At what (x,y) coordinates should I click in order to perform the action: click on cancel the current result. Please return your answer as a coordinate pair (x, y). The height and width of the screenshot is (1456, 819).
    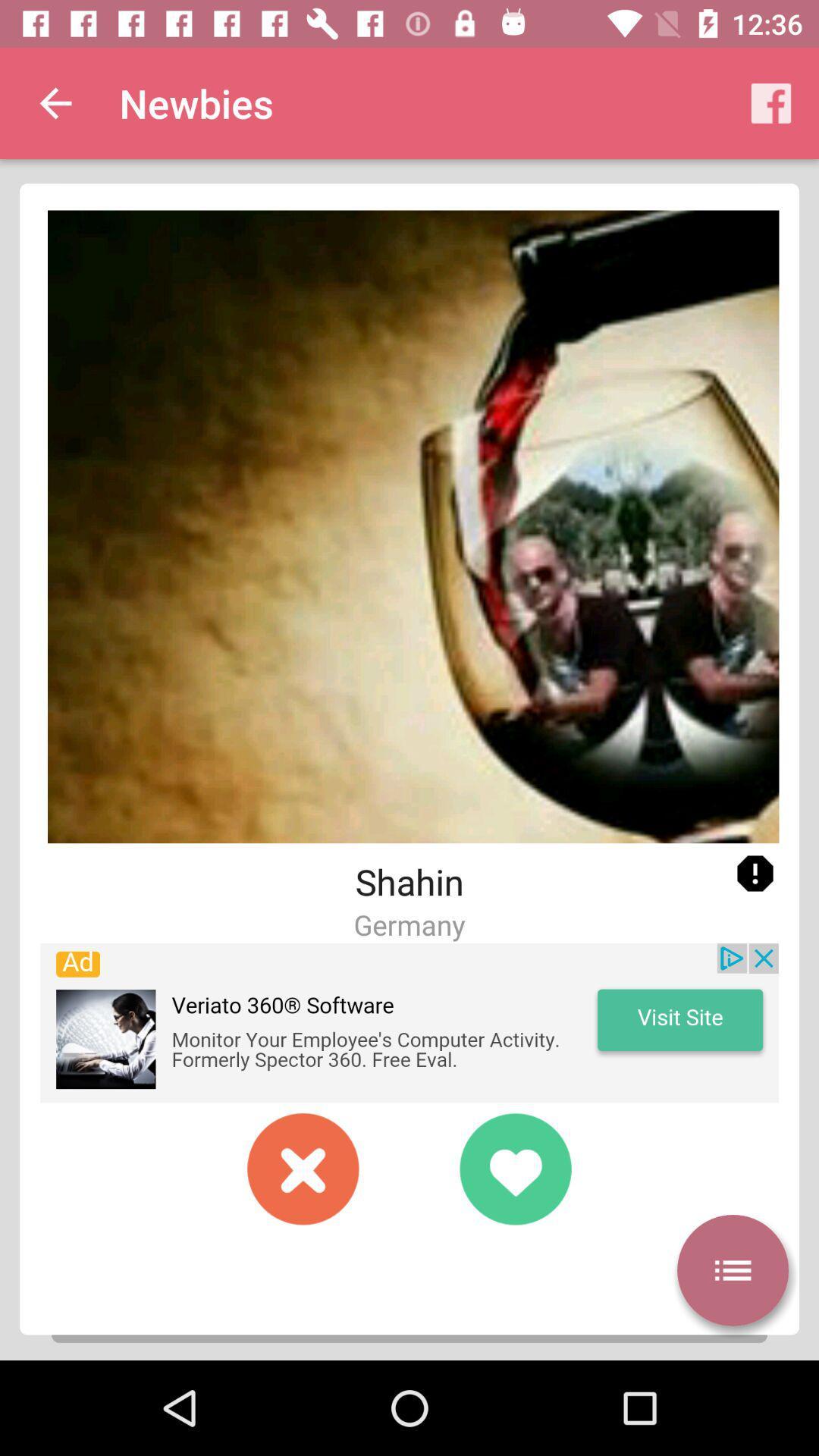
    Looking at the image, I should click on (303, 1168).